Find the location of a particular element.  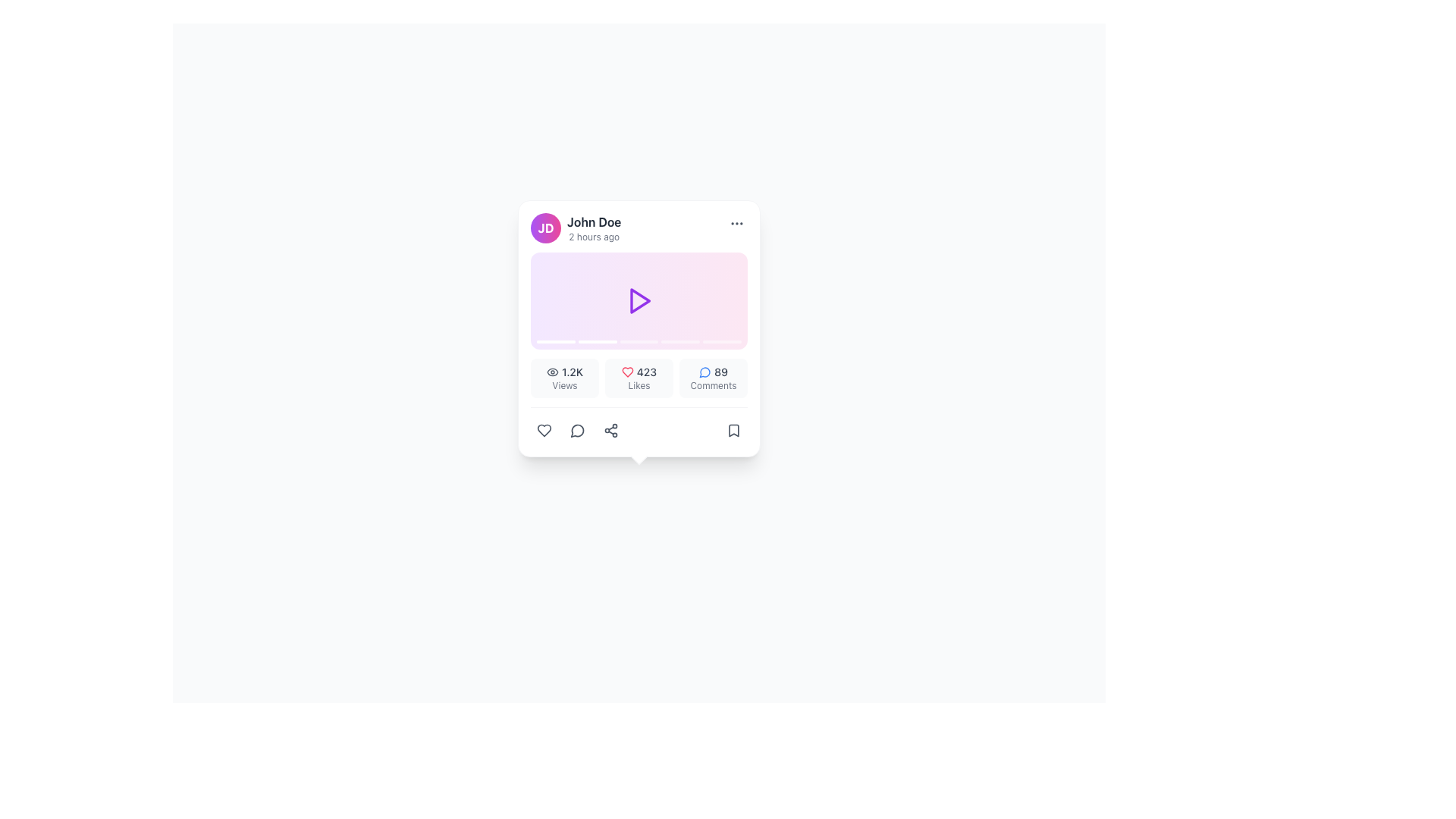

the likes count icon located in the second column of the statistics section at the bottom bar of the card, positioned between the views and comments sections is located at coordinates (544, 430).